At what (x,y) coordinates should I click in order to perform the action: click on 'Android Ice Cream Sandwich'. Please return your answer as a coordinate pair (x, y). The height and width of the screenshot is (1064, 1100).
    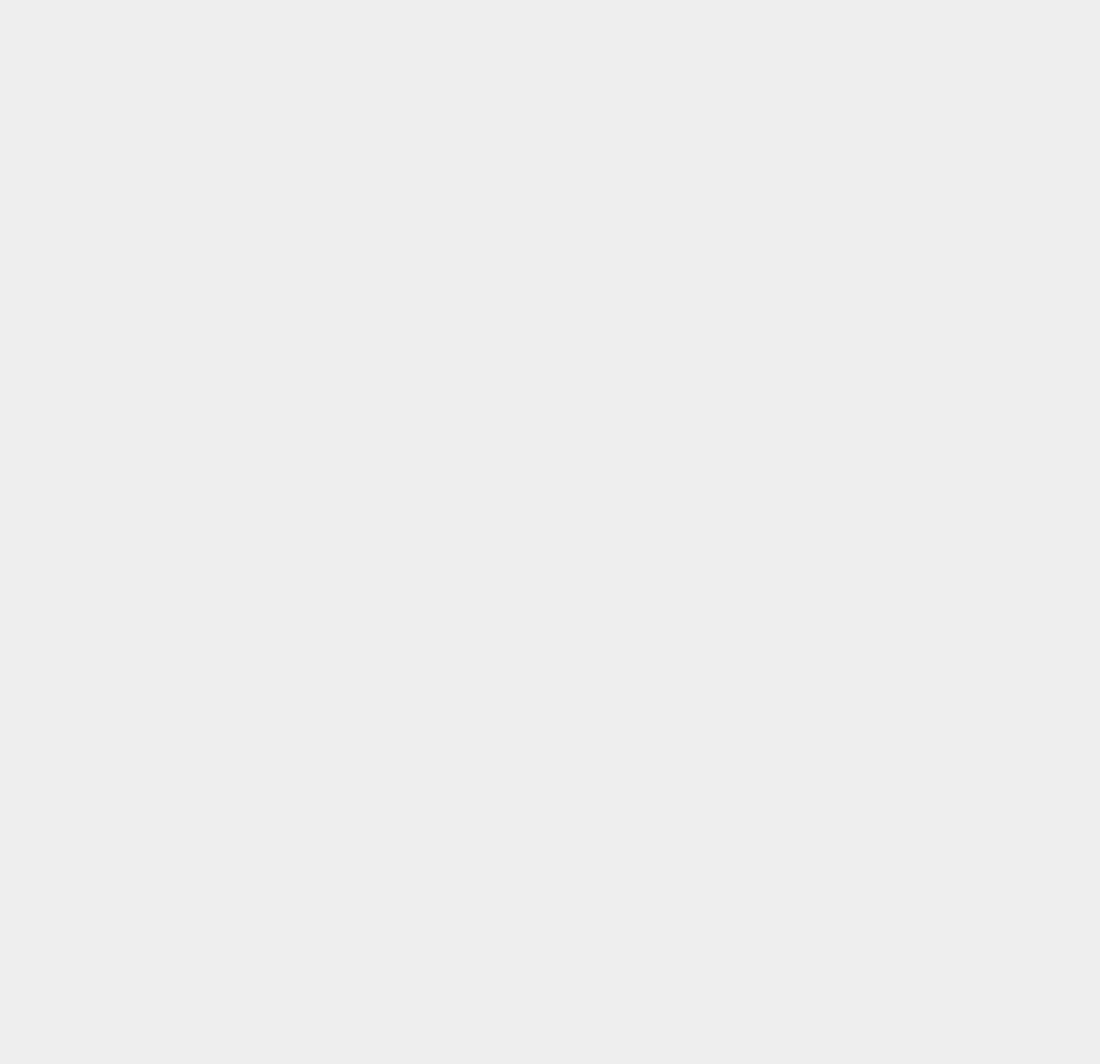
    Looking at the image, I should click on (778, 875).